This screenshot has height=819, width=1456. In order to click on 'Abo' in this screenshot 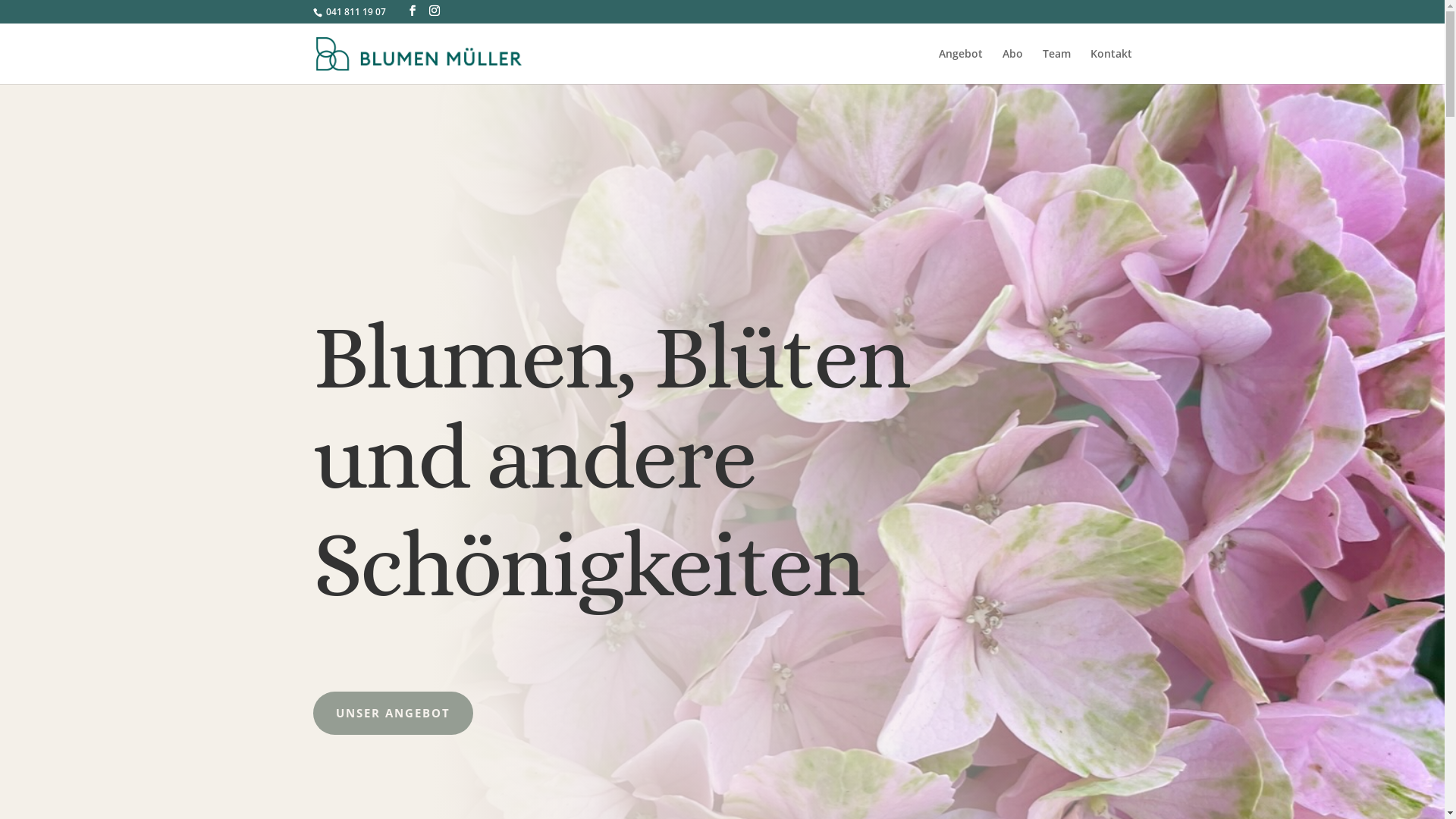, I will do `click(1012, 65)`.